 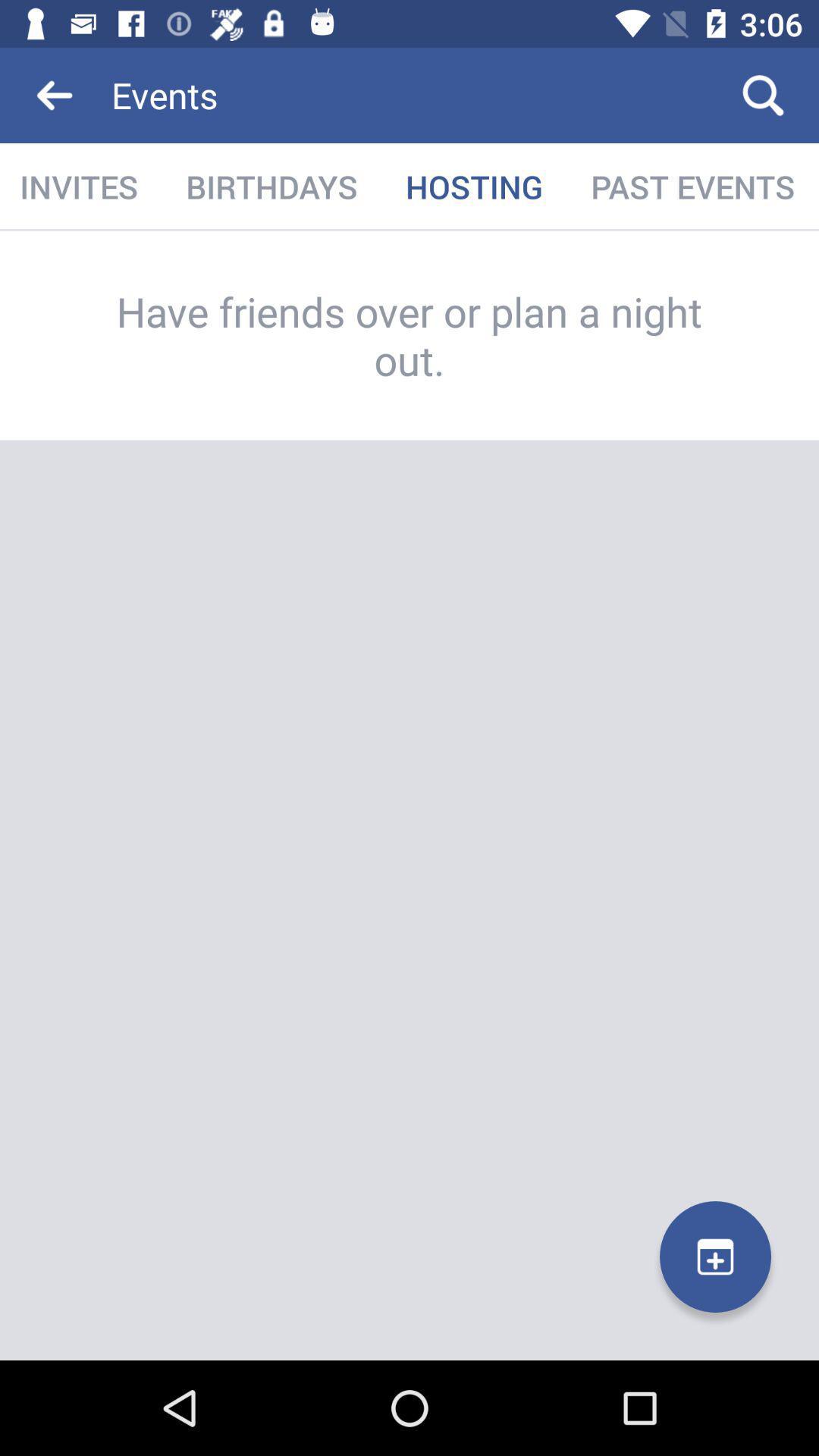 I want to click on icon to the right of hosting icon, so click(x=692, y=186).